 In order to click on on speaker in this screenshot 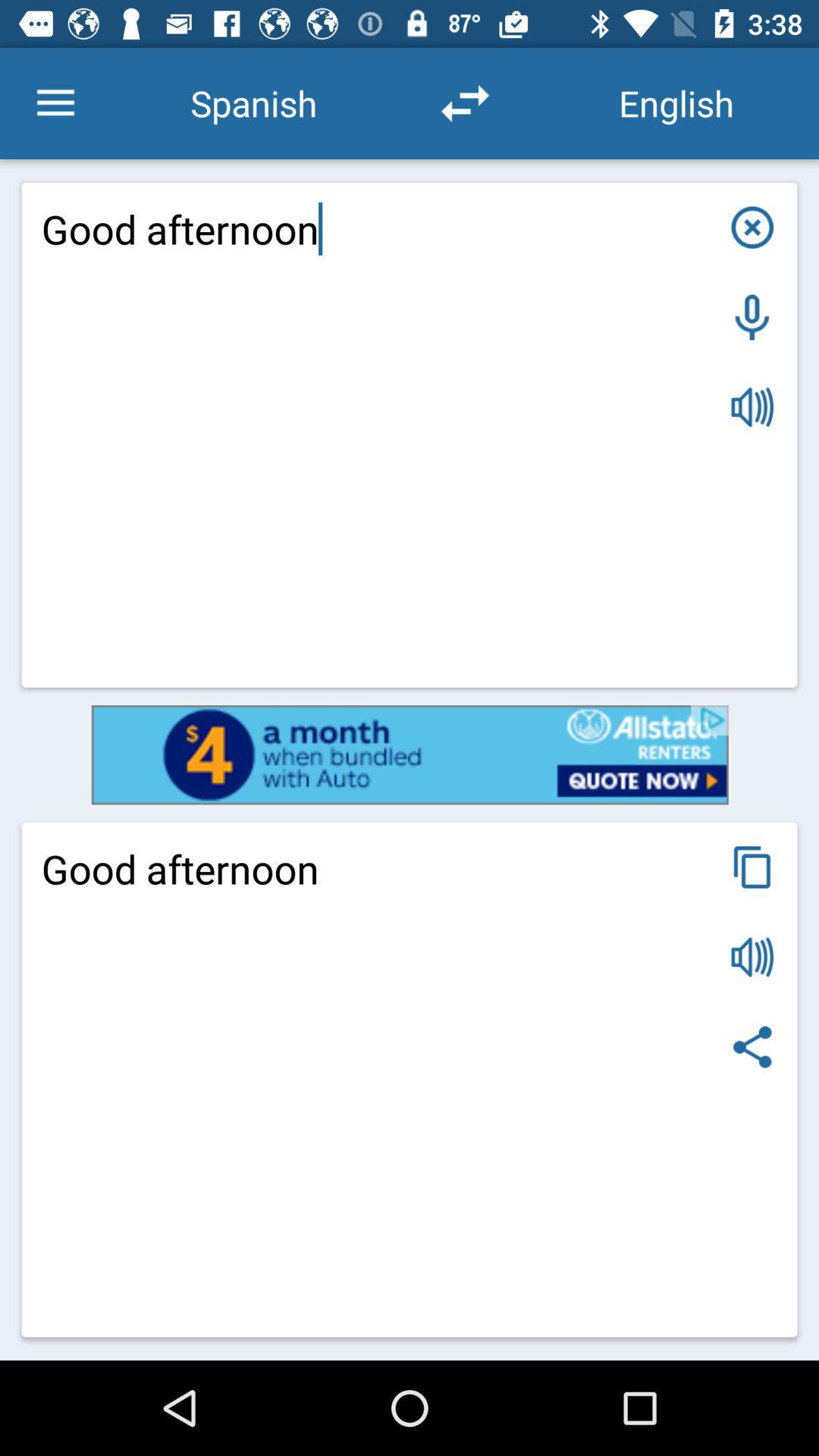, I will do `click(752, 407)`.